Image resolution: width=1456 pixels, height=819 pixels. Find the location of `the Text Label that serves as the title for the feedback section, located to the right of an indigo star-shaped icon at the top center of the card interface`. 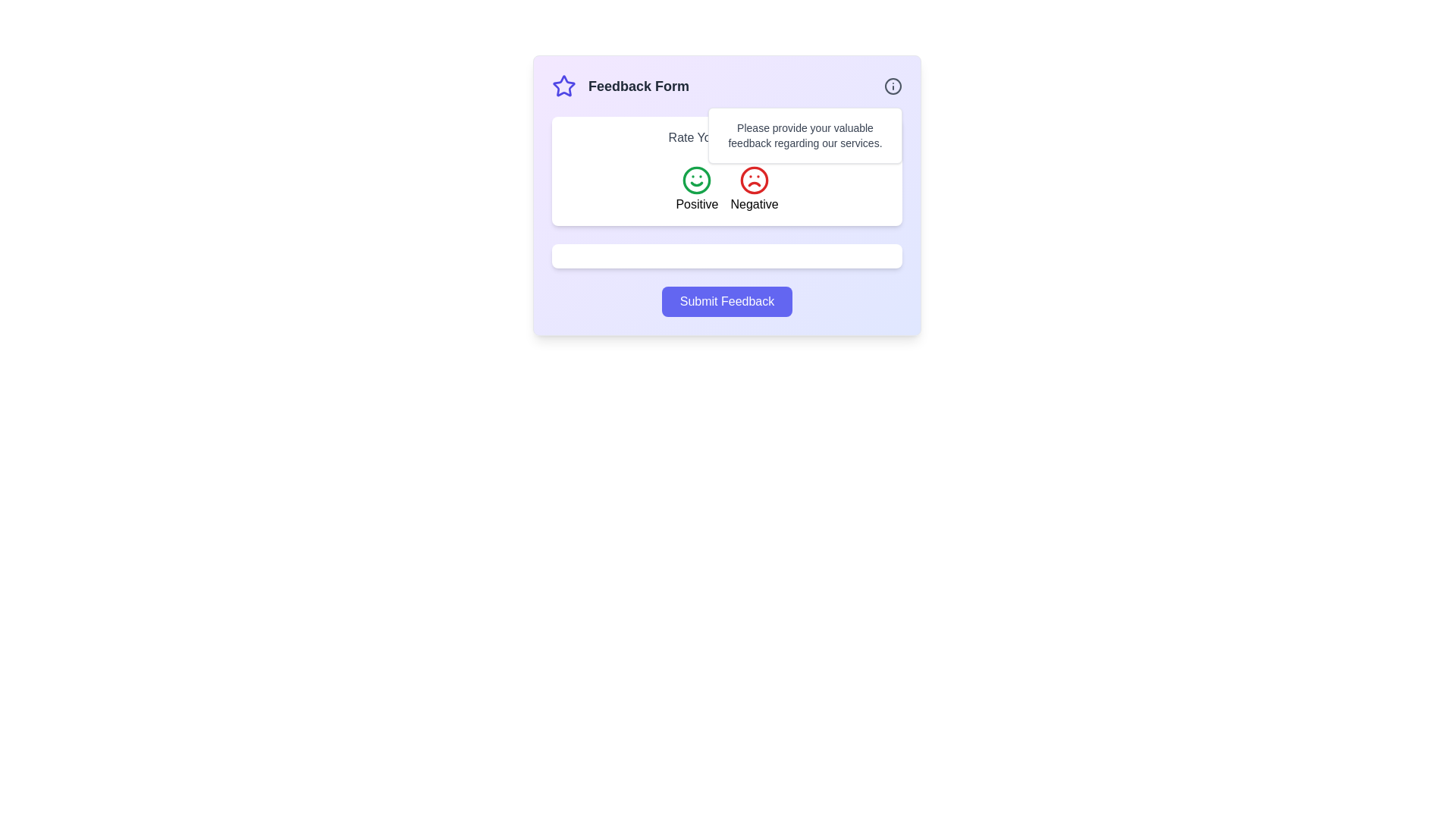

the Text Label that serves as the title for the feedback section, located to the right of an indigo star-shaped icon at the top center of the card interface is located at coordinates (639, 86).